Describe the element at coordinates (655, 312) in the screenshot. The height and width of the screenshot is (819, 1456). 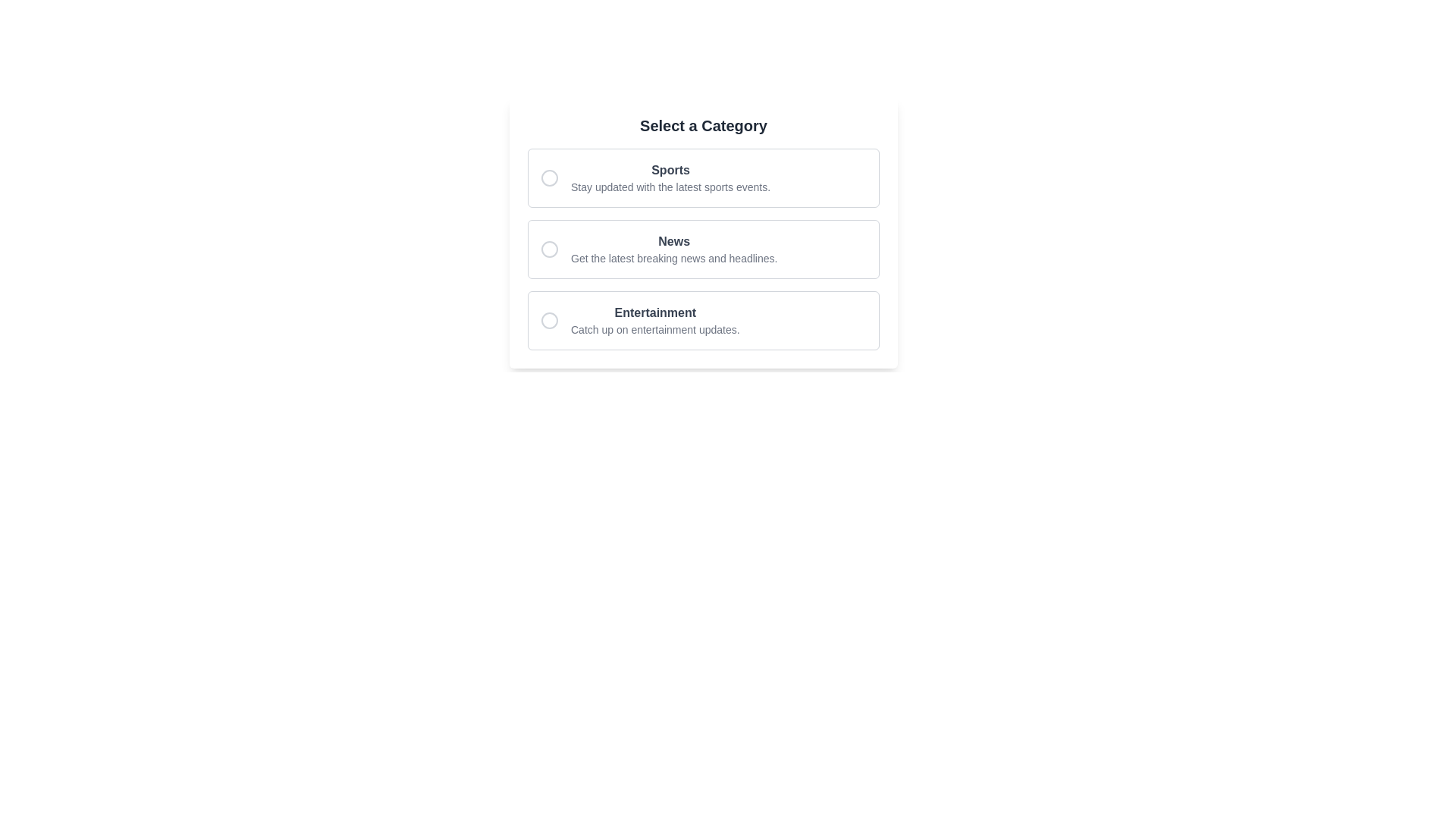
I see `the text label 'Entertainment' which is styled in bold dark gray font and located in the third category box under 'Select a Category'` at that location.